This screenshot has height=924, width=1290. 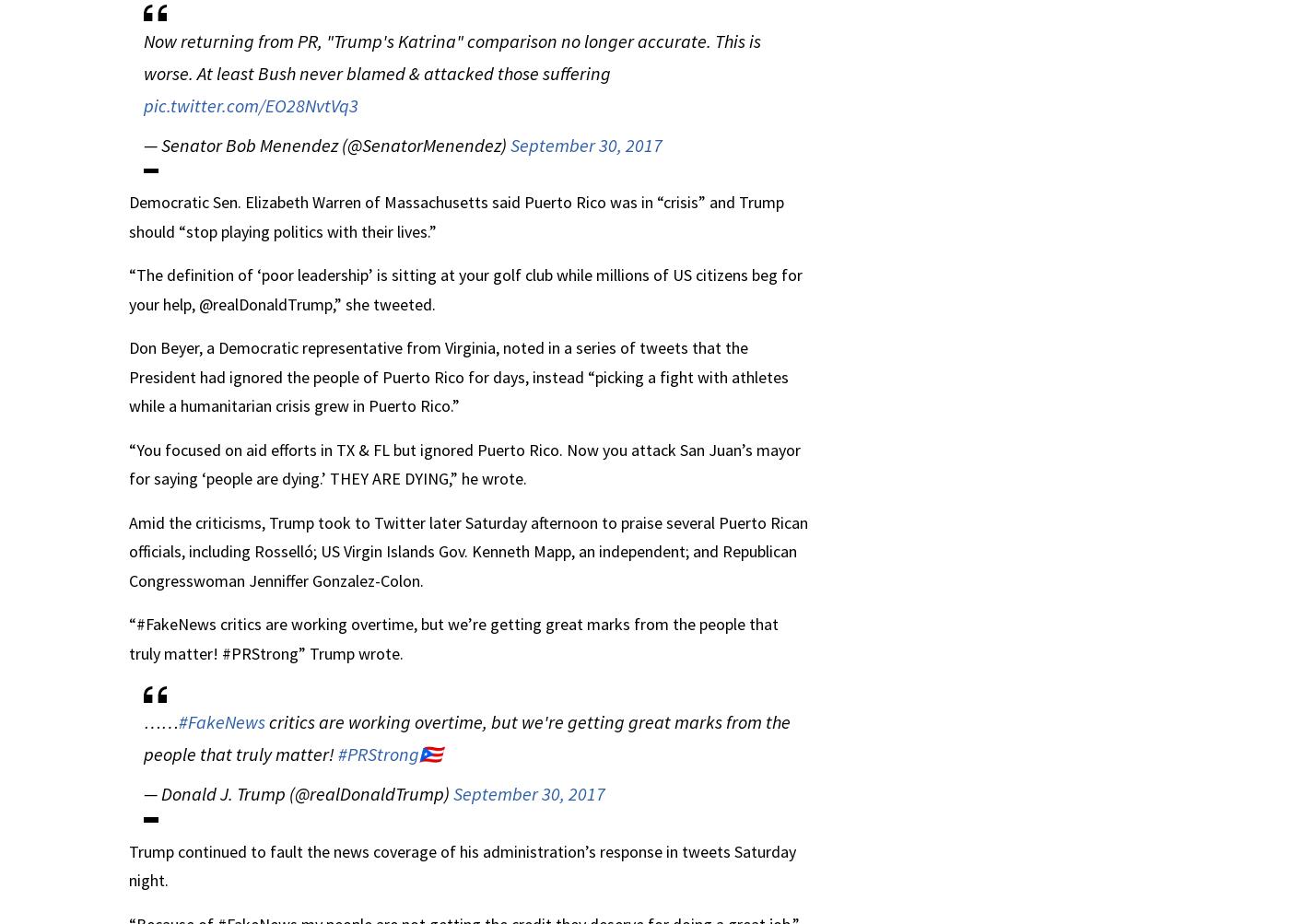 I want to click on 'Don Beyer, a Democratic representative from Virginia, noted in a series of tweets that the President had ignored the people of Puerto Rico for days, instead “picking a fight with athletes while a humanitarian crisis grew in Puerto Rico.”', so click(x=458, y=377).